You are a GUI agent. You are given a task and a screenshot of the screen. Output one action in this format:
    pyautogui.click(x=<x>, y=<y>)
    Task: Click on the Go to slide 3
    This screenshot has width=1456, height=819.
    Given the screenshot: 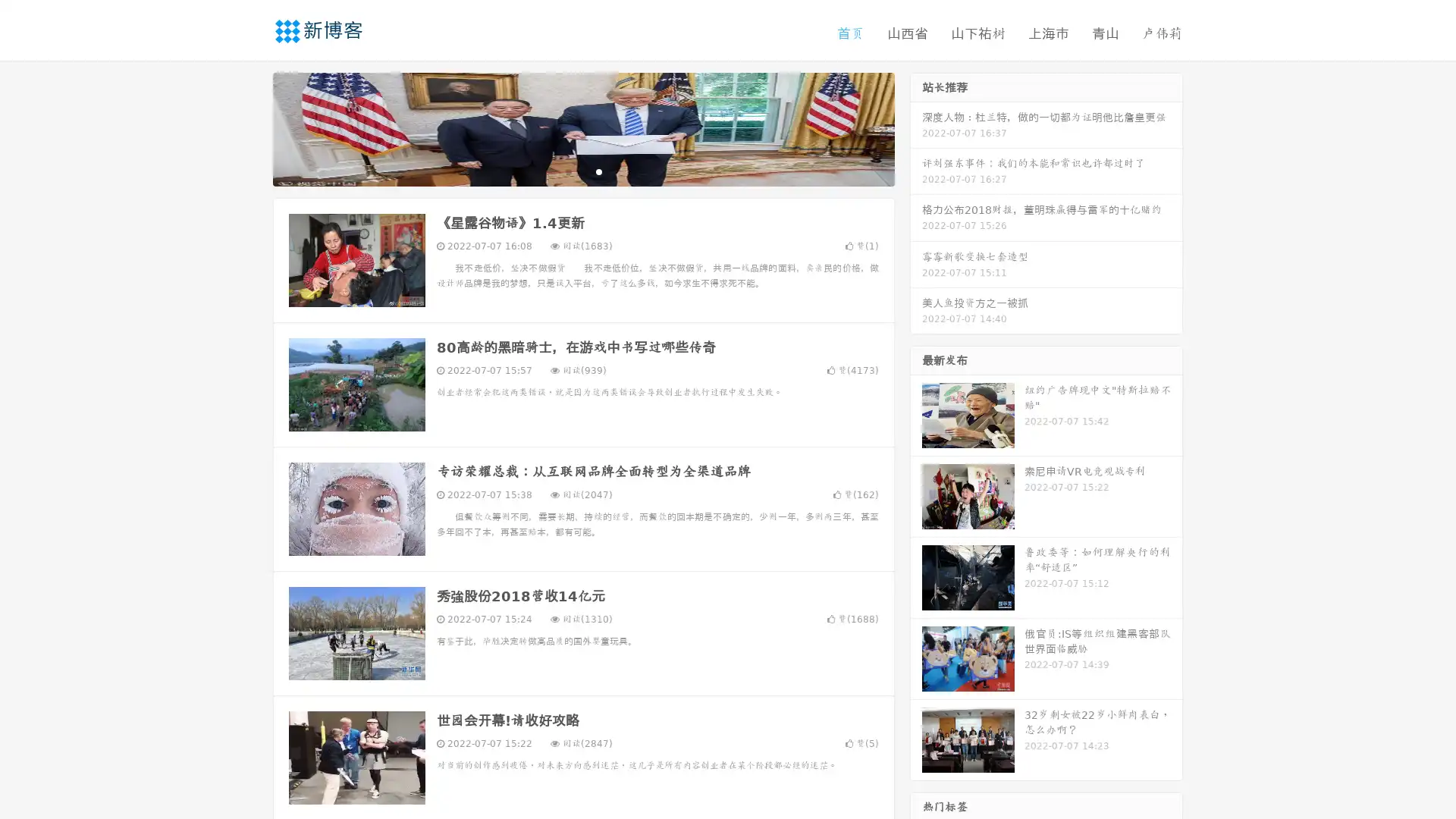 What is the action you would take?
    pyautogui.click(x=598, y=171)
    